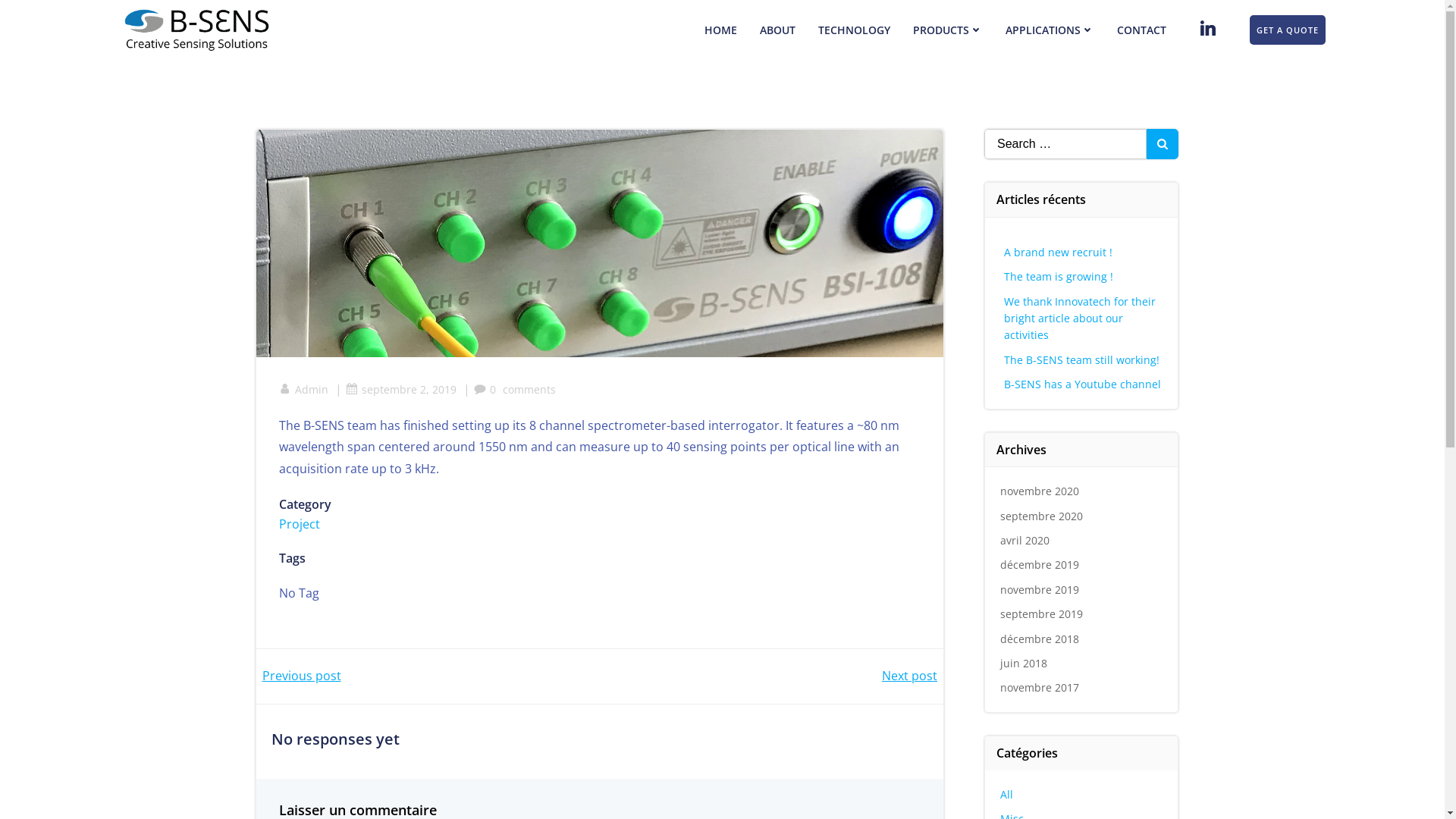 This screenshot has width=1456, height=819. What do you see at coordinates (1117, 30) in the screenshot?
I see `'CONTACT'` at bounding box center [1117, 30].